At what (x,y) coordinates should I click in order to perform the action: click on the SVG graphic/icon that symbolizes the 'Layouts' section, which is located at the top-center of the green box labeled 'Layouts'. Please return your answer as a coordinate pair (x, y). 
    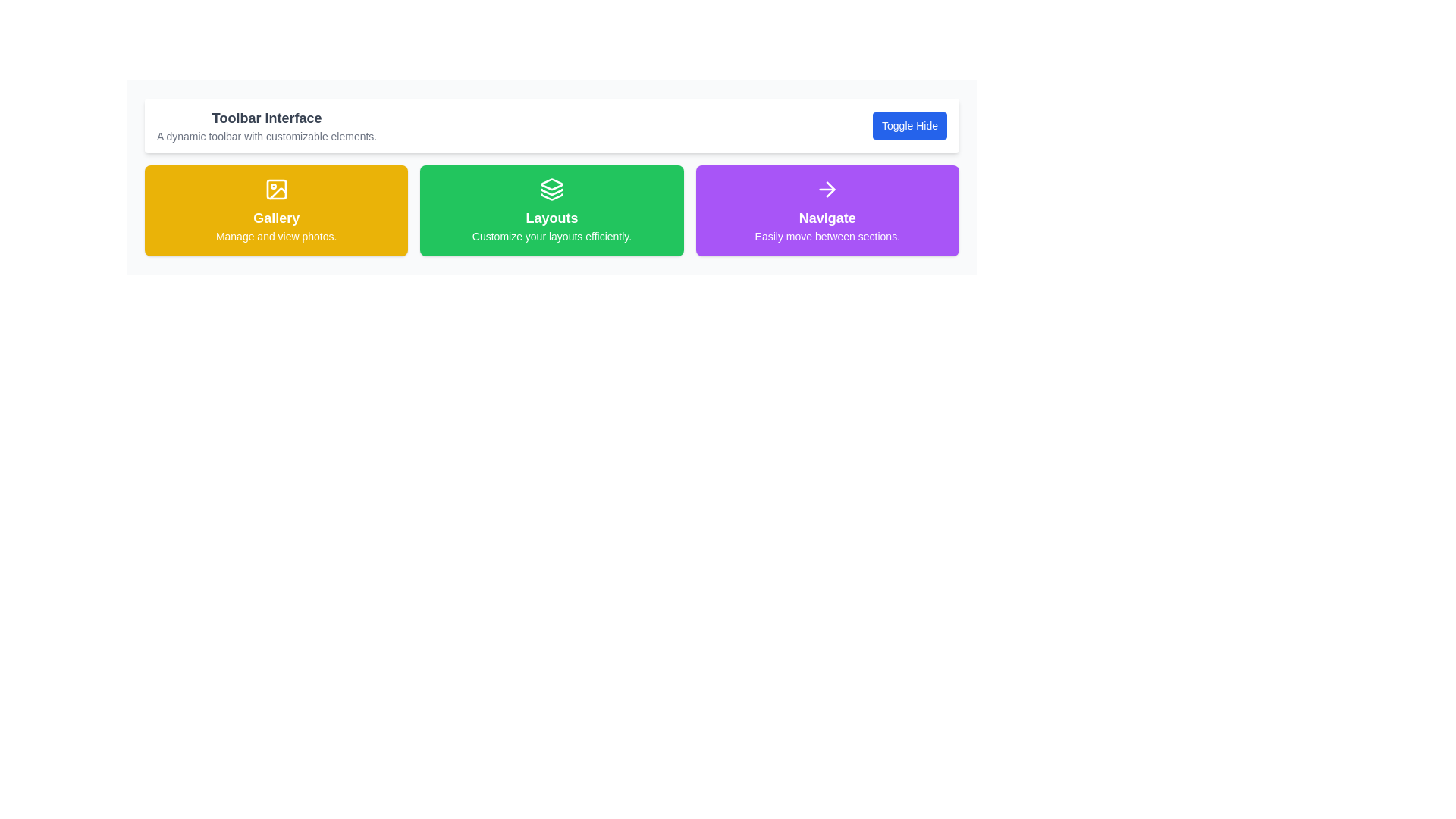
    Looking at the image, I should click on (551, 189).